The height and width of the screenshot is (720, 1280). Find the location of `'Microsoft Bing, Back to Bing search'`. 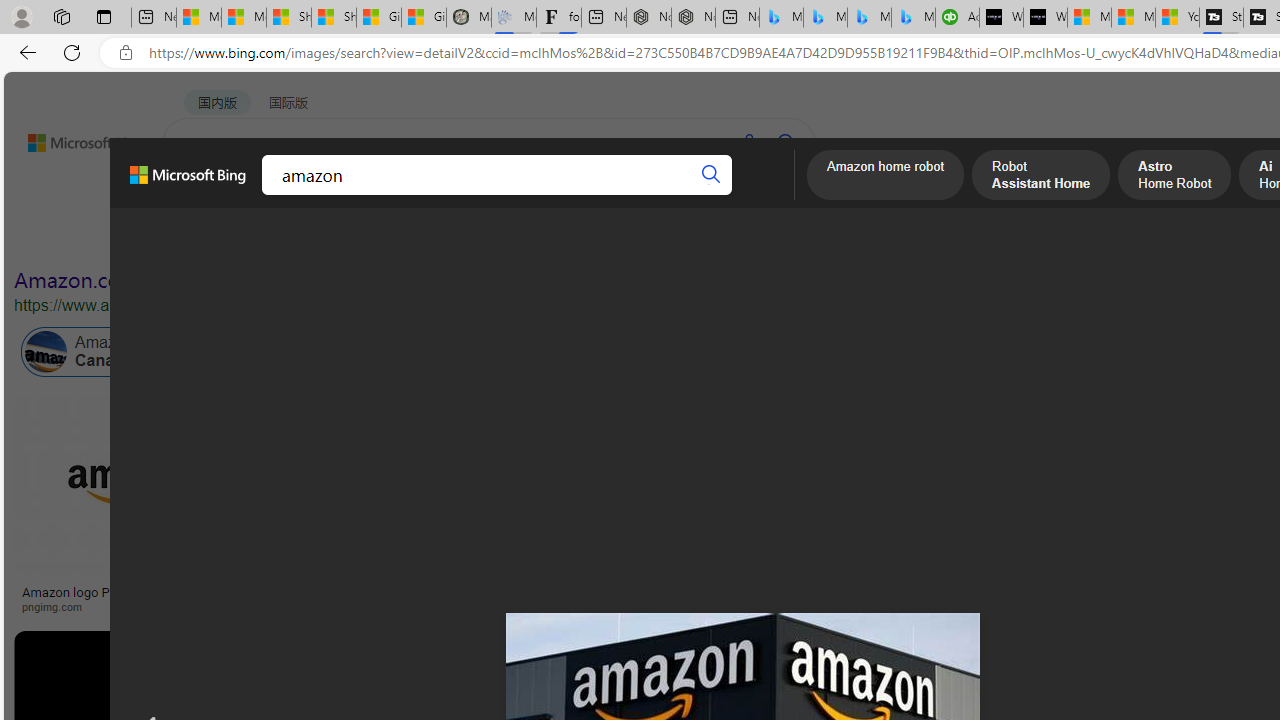

'Microsoft Bing, Back to Bing search' is located at coordinates (188, 183).